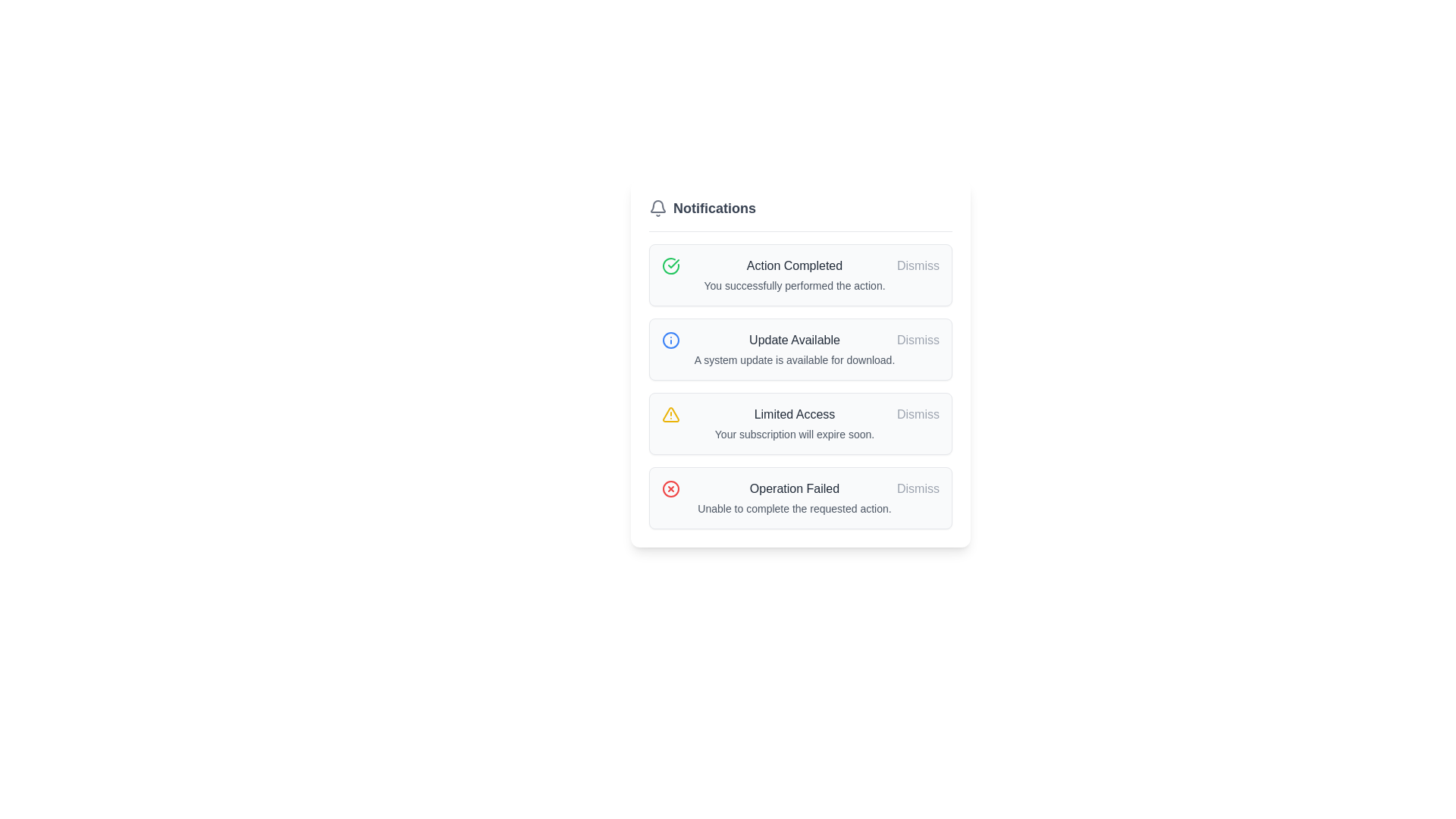 The height and width of the screenshot is (819, 1456). Describe the element at coordinates (793, 350) in the screenshot. I see `the static notification banner displaying 'Update Available' with a detailed message about a system update` at that location.